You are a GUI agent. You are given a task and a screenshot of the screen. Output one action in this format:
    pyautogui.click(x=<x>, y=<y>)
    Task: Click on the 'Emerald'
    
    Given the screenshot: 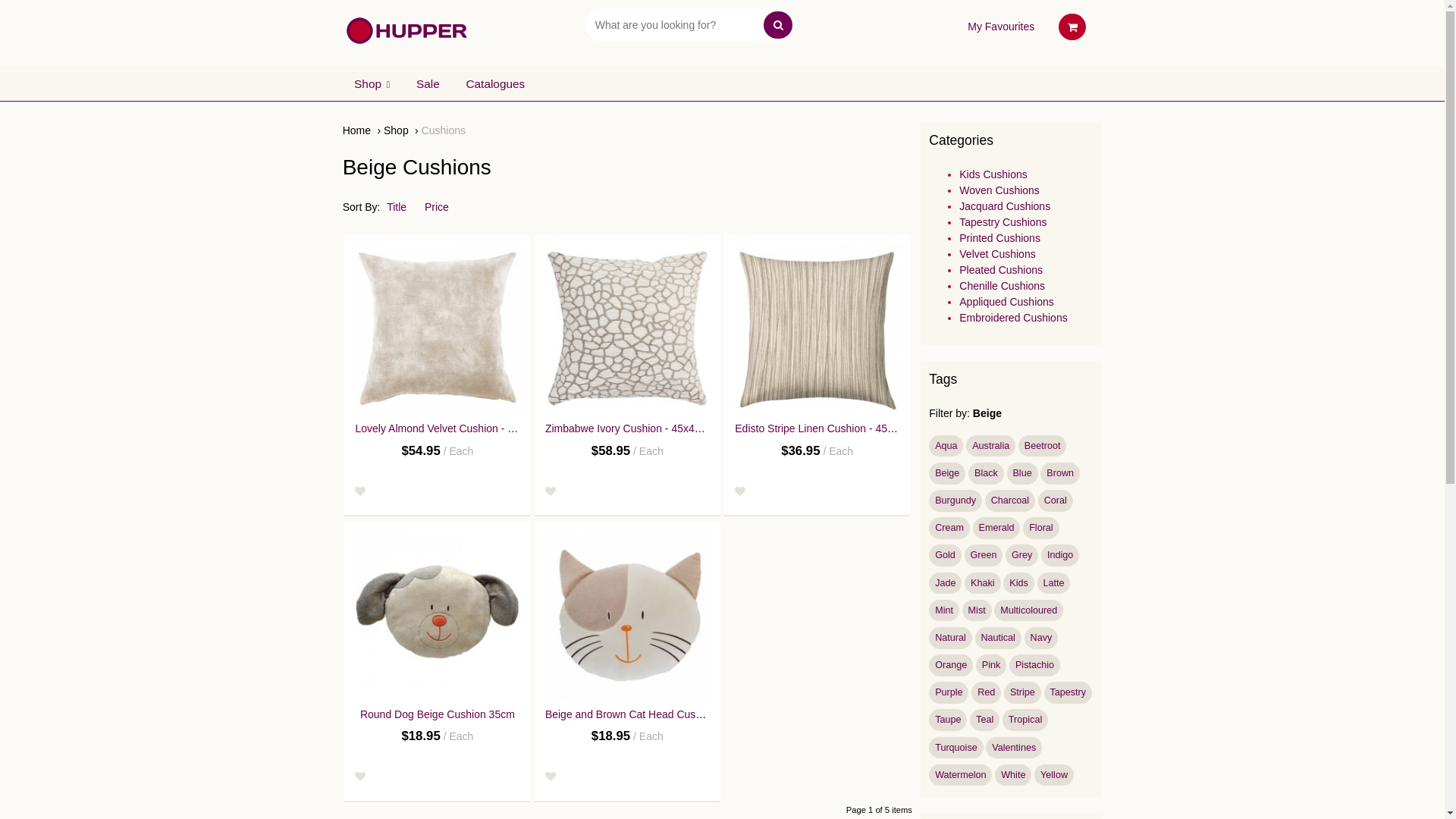 What is the action you would take?
    pyautogui.click(x=996, y=527)
    